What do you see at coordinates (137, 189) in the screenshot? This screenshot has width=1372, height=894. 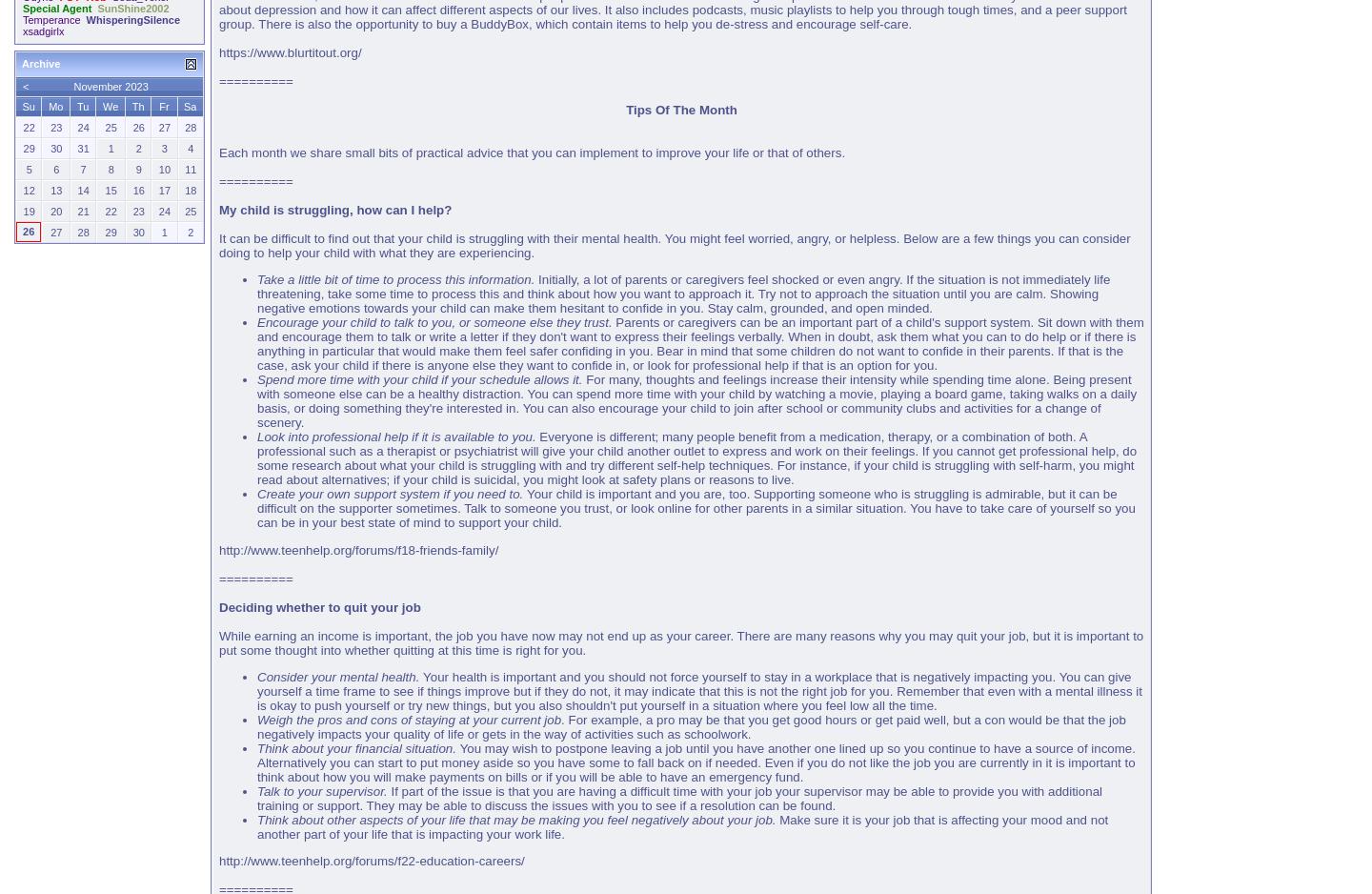 I see `'16'` at bounding box center [137, 189].